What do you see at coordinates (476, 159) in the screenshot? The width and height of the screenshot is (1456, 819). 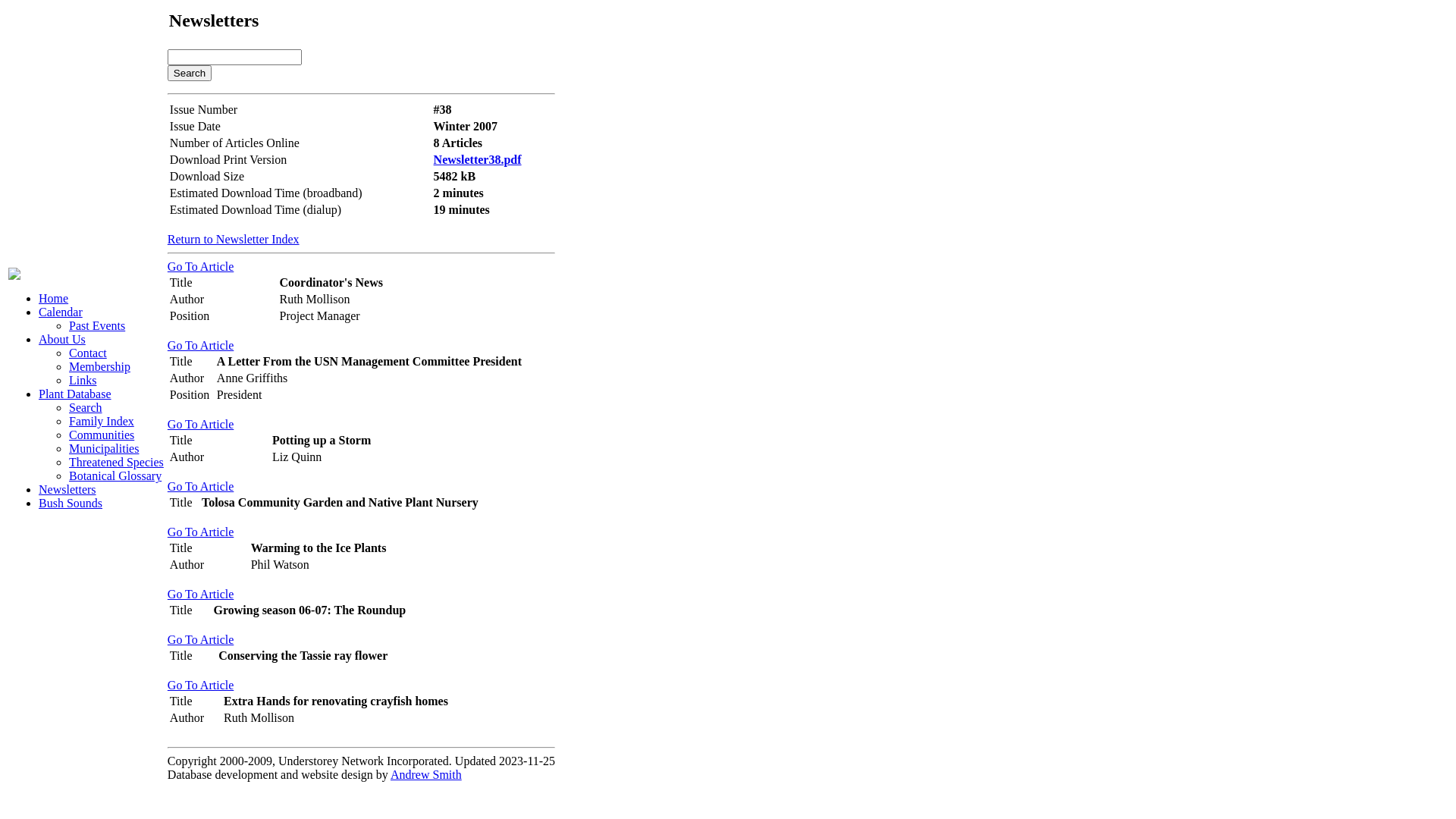 I see `'Newsletter38.pdf'` at bounding box center [476, 159].